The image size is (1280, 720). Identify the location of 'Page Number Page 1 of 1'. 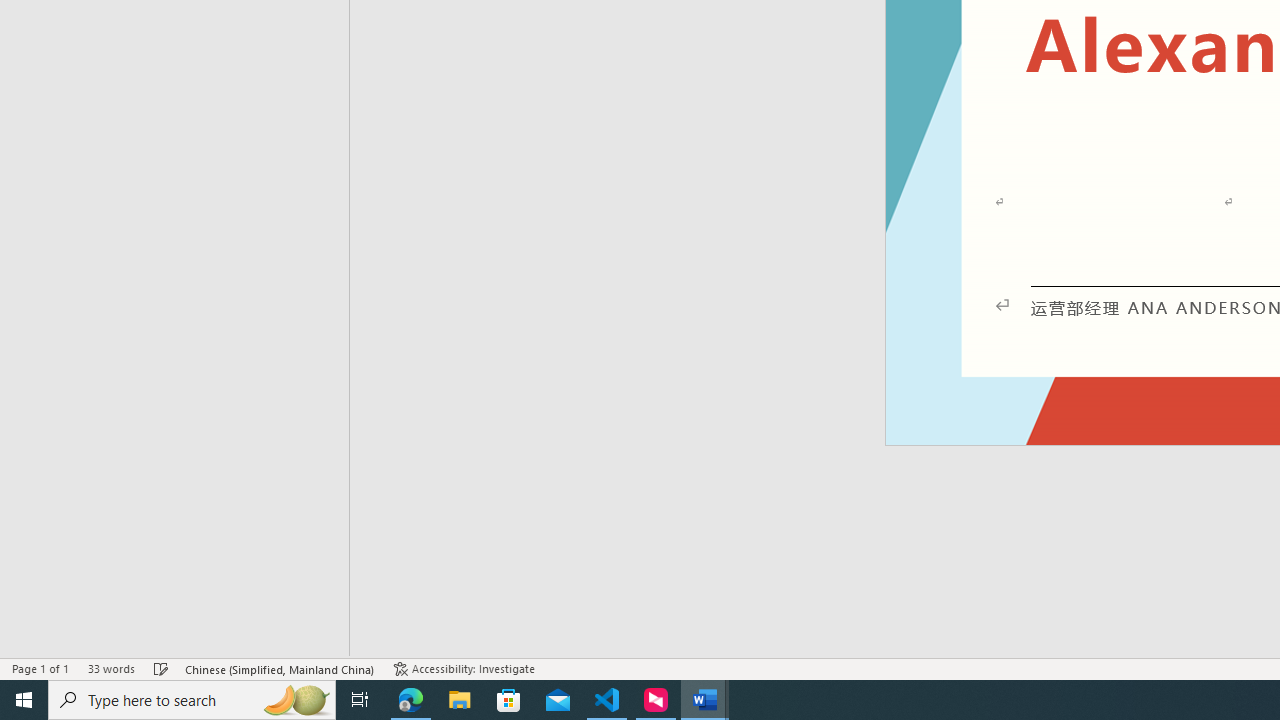
(40, 669).